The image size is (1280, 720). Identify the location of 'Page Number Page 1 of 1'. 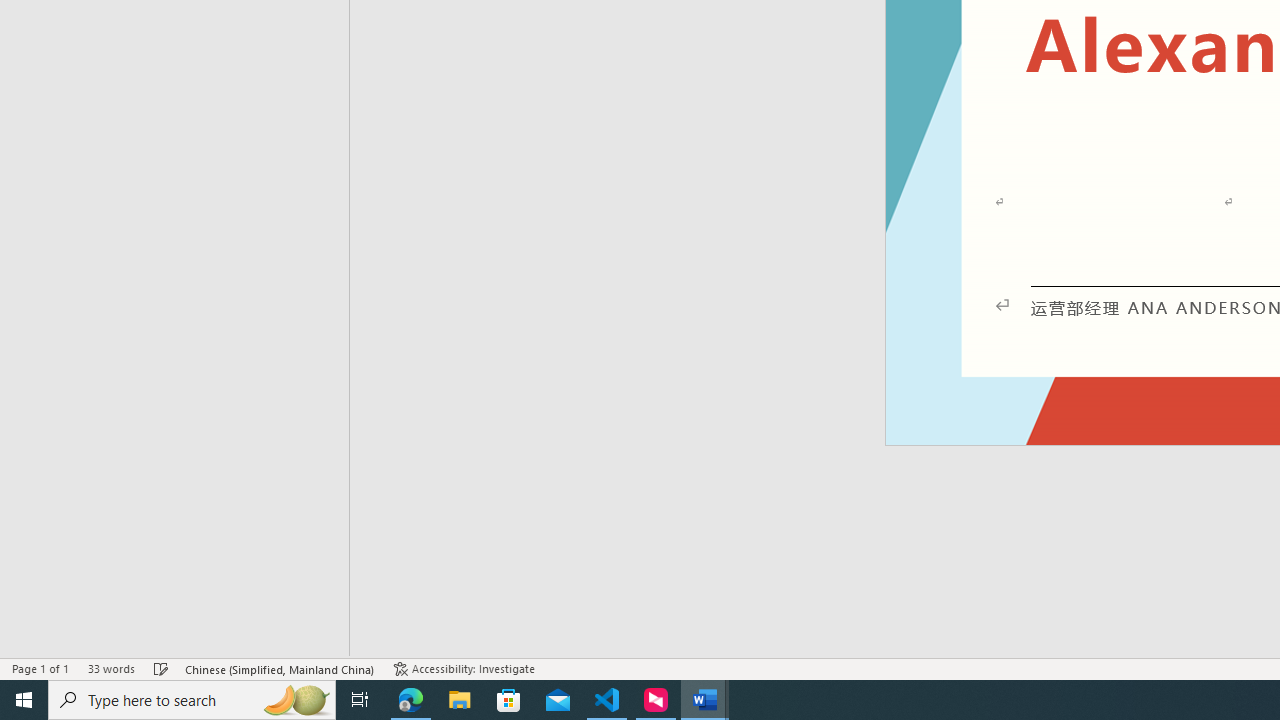
(40, 669).